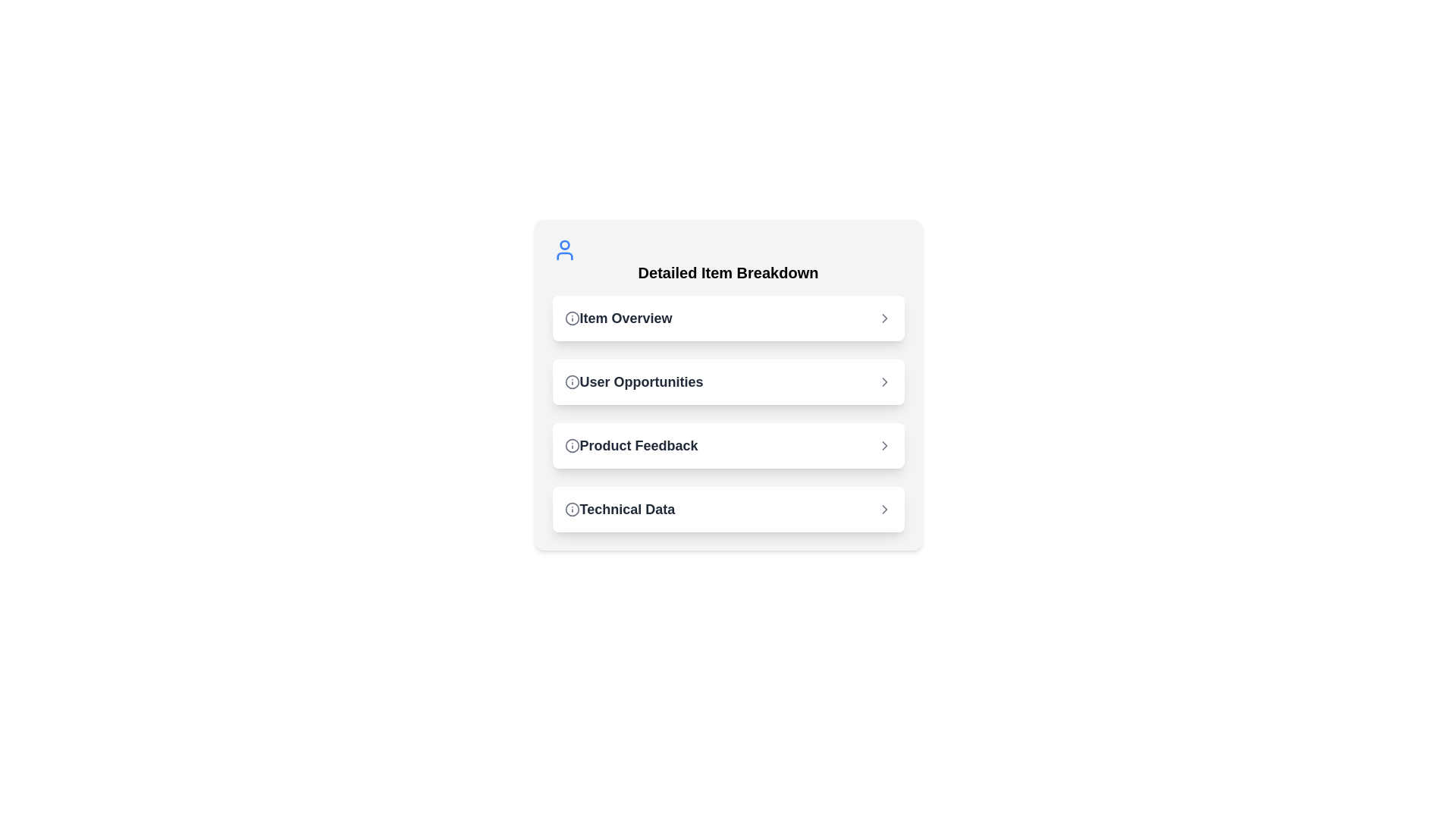 This screenshot has height=819, width=1456. What do you see at coordinates (631, 444) in the screenshot?
I see `the 'Product Feedback' menu option, which is the third item in a vertical list of options, positioned below 'User Opportunities' and above 'Technical Data'` at bounding box center [631, 444].